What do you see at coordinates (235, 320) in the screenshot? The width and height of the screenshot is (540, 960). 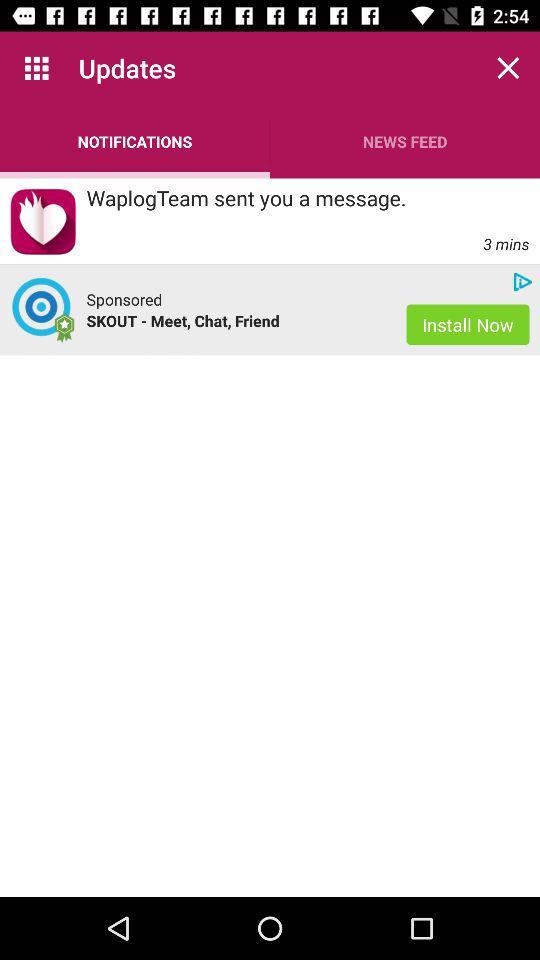 I see `the skout meet chat app` at bounding box center [235, 320].